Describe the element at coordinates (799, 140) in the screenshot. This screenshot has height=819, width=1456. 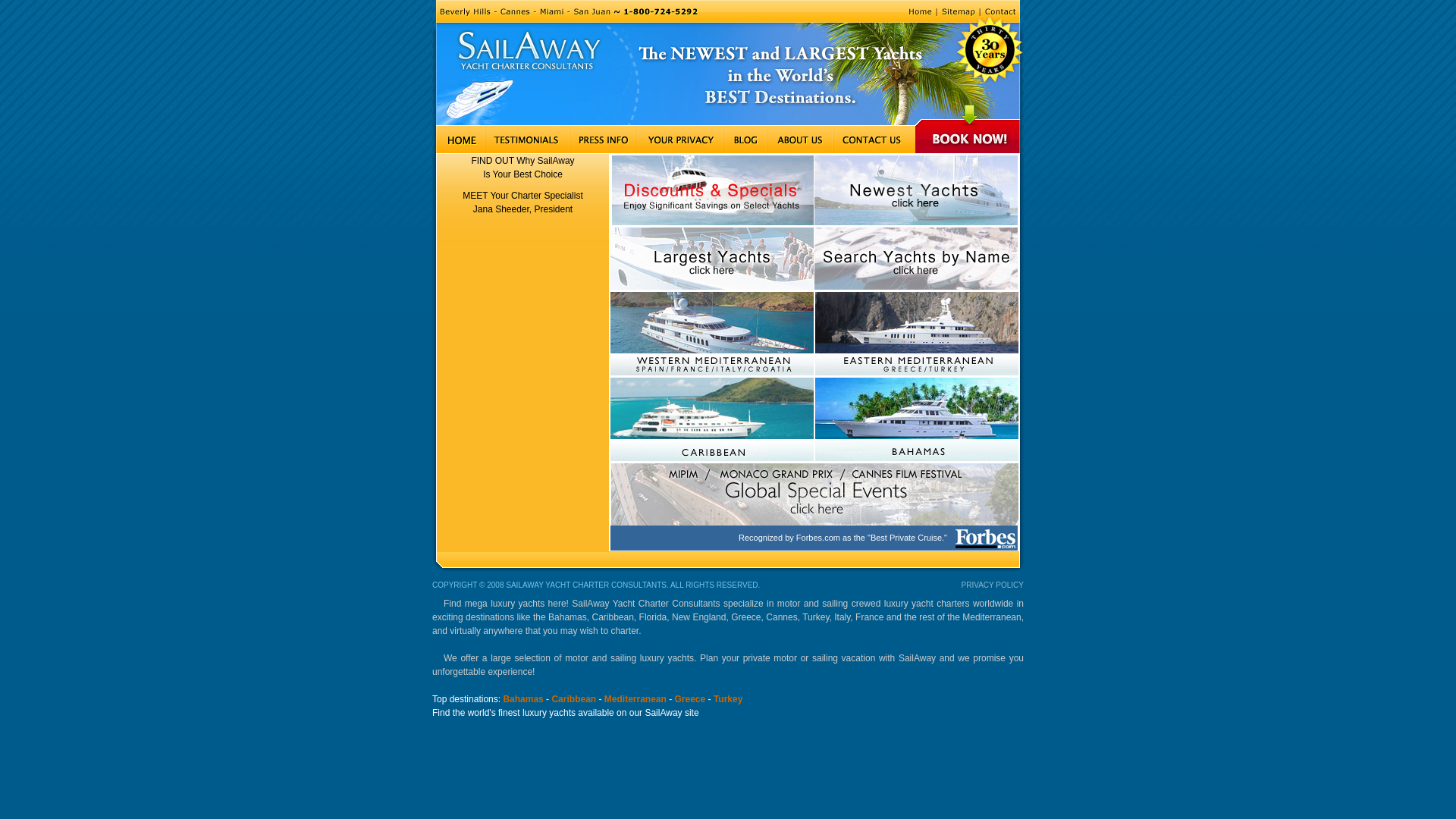
I see `'About Us'` at that location.